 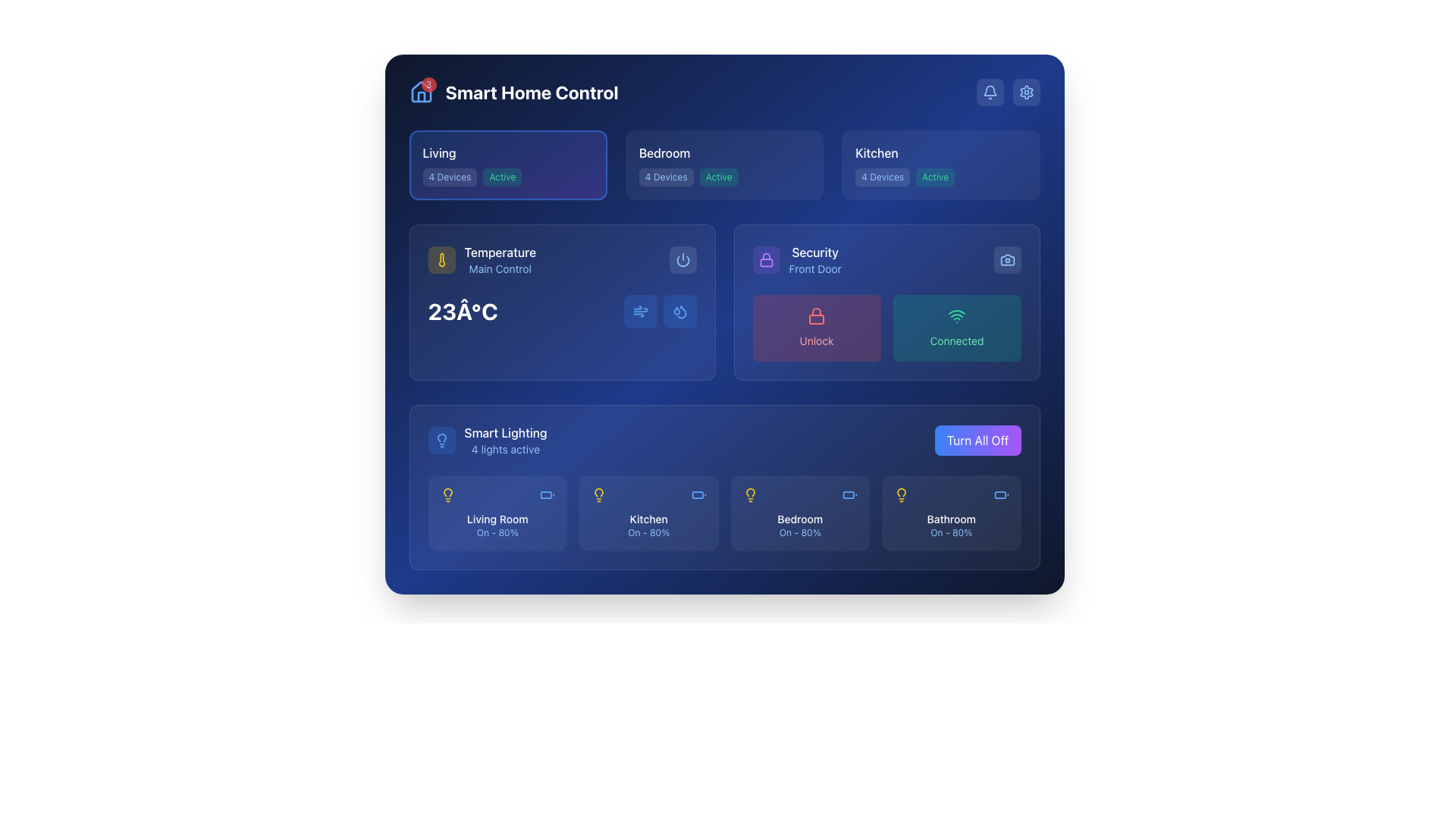 I want to click on the notification count by interacting with the Notification Badge located at the top-right corner of the house icon in the notification area, so click(x=428, y=84).